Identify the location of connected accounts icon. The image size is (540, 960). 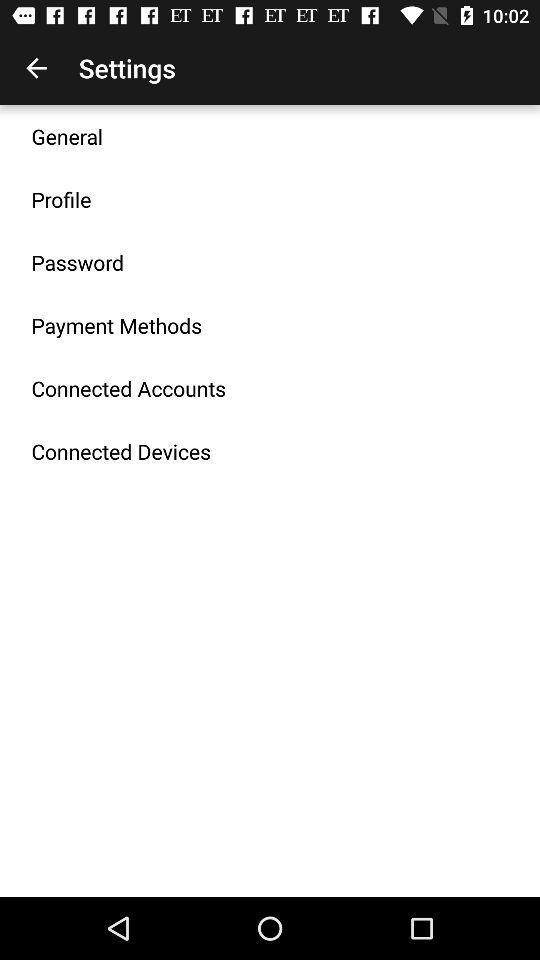
(128, 387).